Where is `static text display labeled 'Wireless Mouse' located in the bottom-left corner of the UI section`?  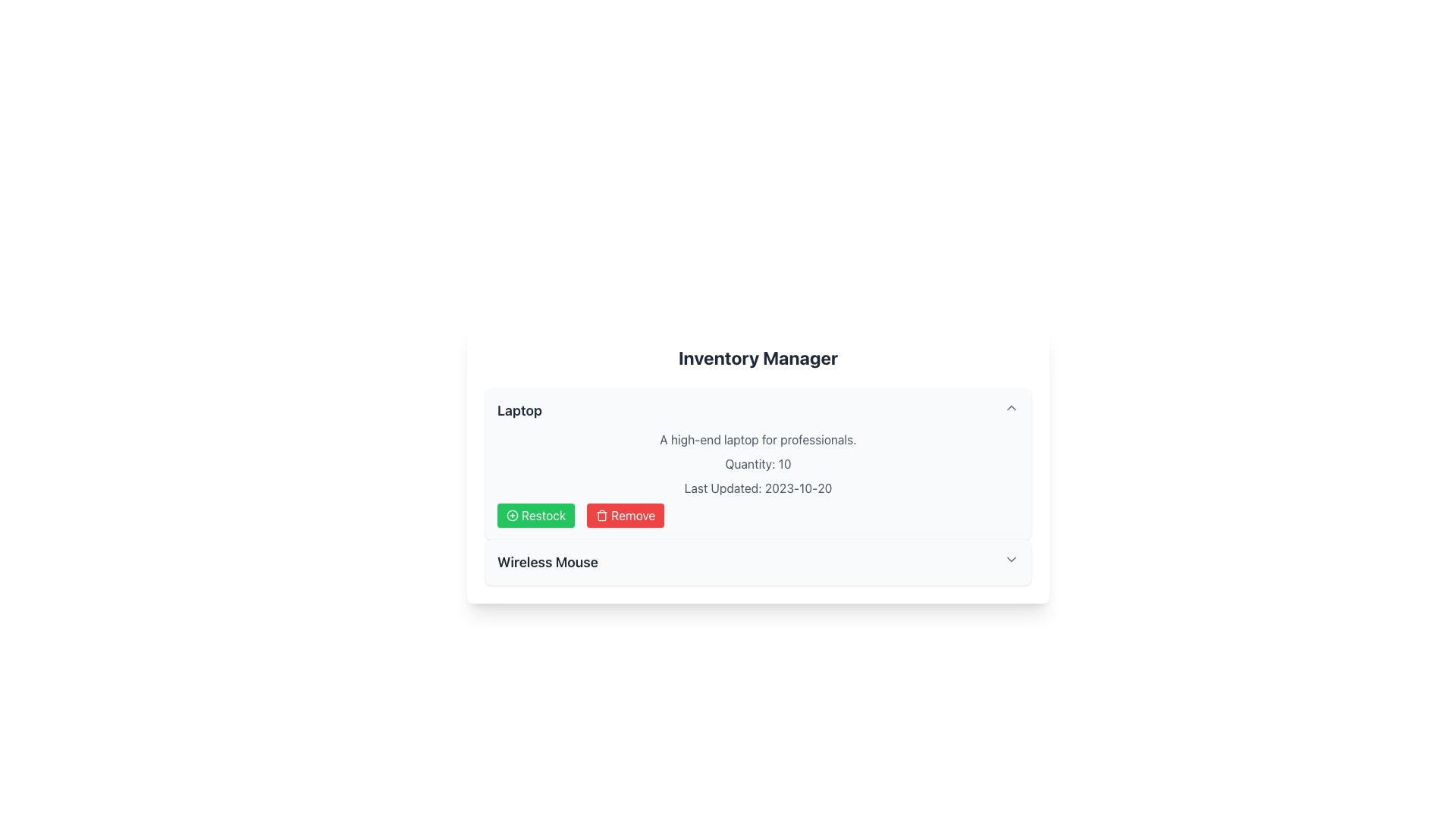 static text display labeled 'Wireless Mouse' located in the bottom-left corner of the UI section is located at coordinates (547, 562).